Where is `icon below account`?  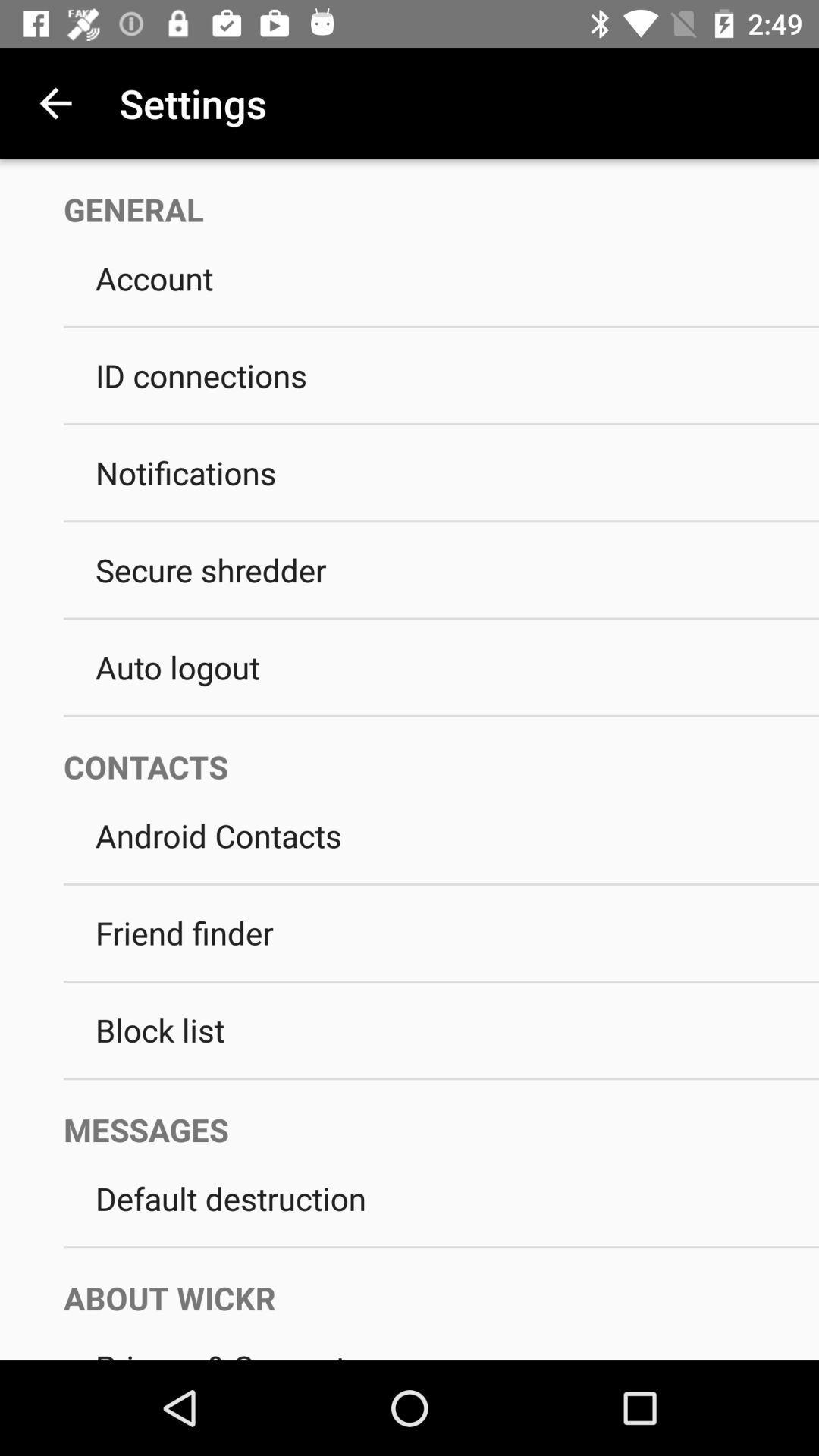
icon below account is located at coordinates (441, 326).